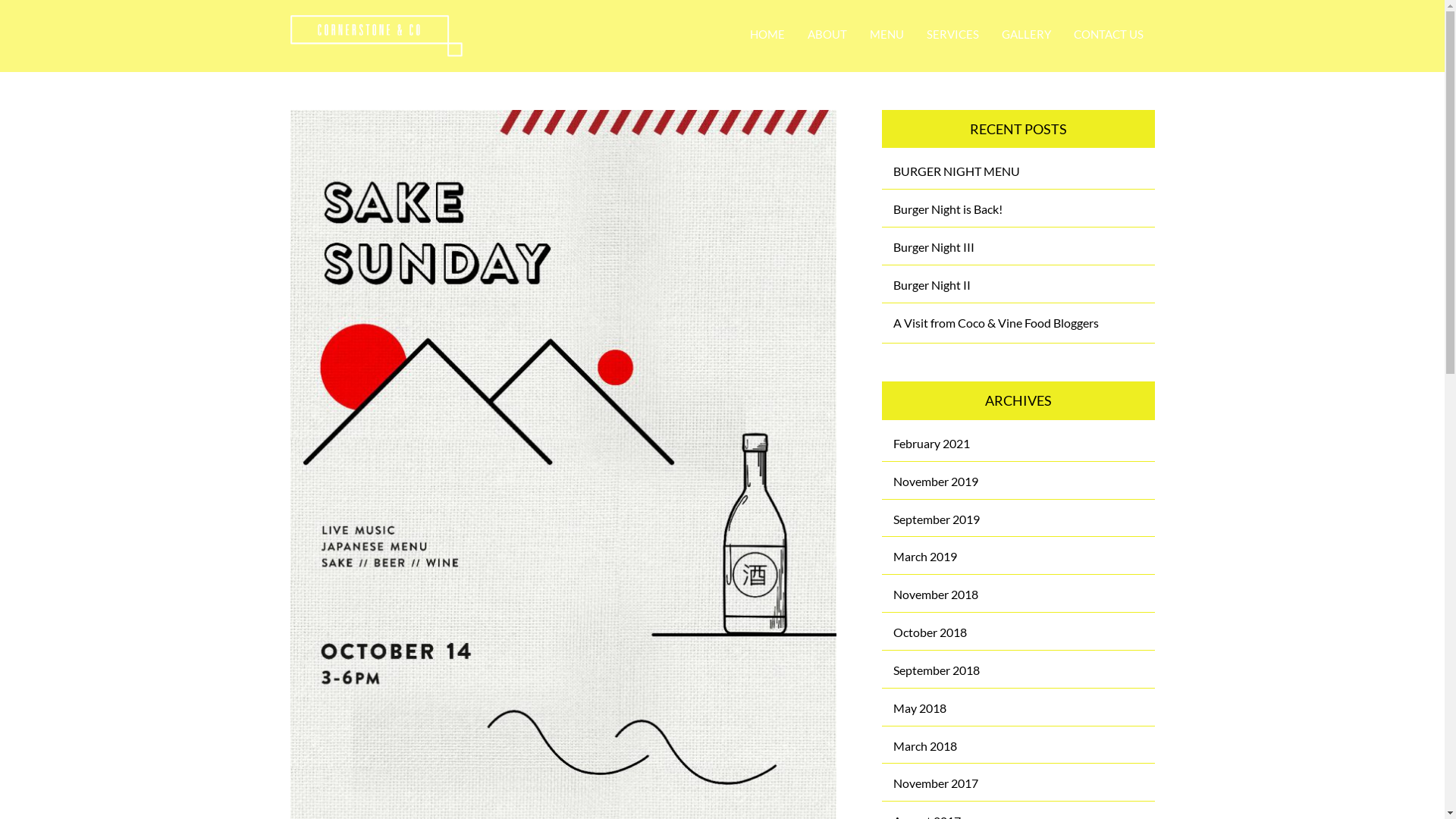 The width and height of the screenshot is (1456, 819). What do you see at coordinates (946, 209) in the screenshot?
I see `'Burger Night is Back!'` at bounding box center [946, 209].